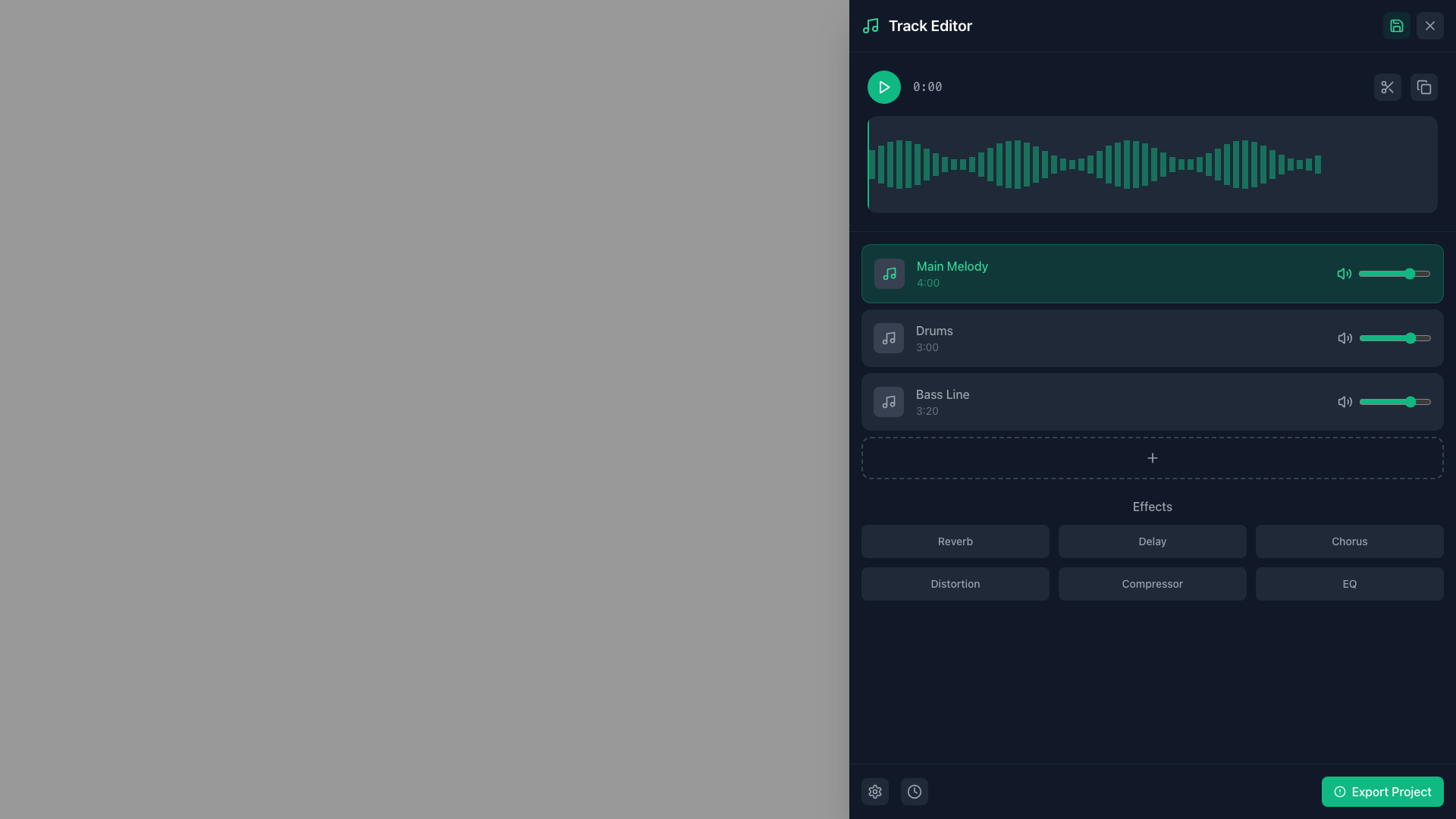 The image size is (1456, 819). Describe the element at coordinates (1127, 164) in the screenshot. I see `the greenish vertical rectangle graphical bar located in the 31st position of the waveform visualization in the Track Editor section for interaction` at that location.